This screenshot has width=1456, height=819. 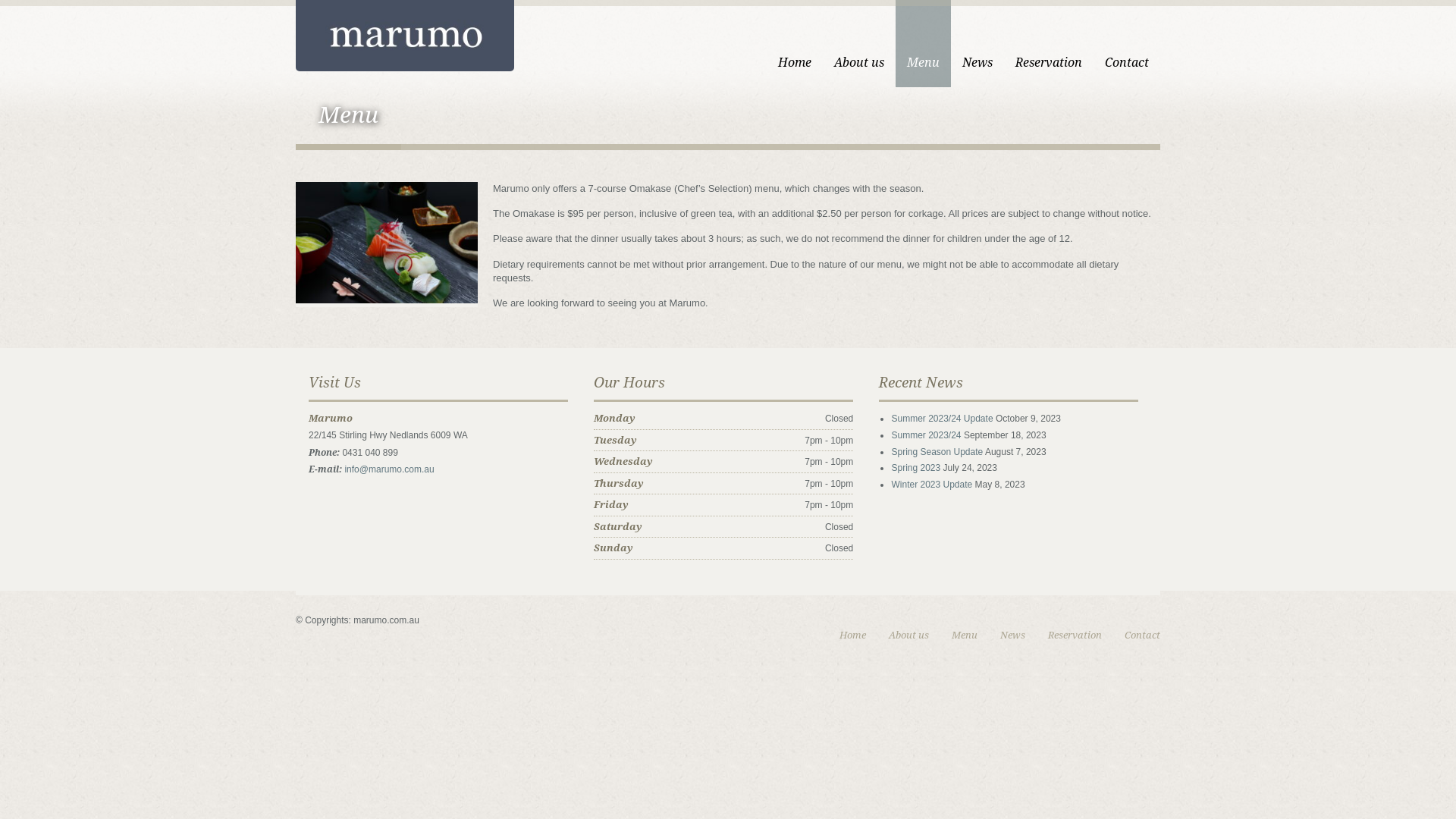 What do you see at coordinates (949, 42) in the screenshot?
I see `'News'` at bounding box center [949, 42].